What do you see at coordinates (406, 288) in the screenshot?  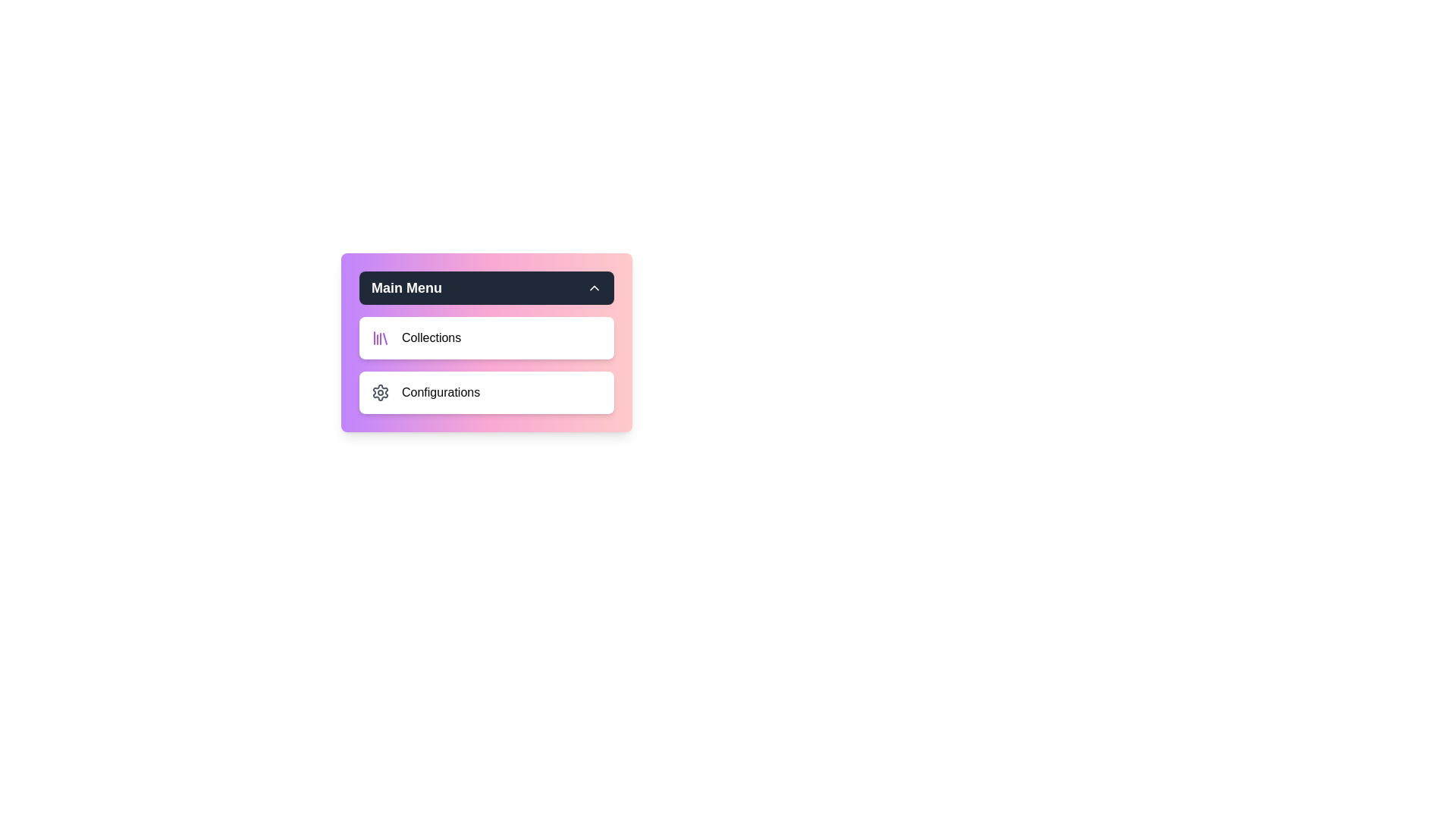 I see `the 'Main Menu' static text label, which is styled in white bold uppercase letters on a dark rectangular background, located at the top-left corner of a button within a vertically stacked menu panel` at bounding box center [406, 288].